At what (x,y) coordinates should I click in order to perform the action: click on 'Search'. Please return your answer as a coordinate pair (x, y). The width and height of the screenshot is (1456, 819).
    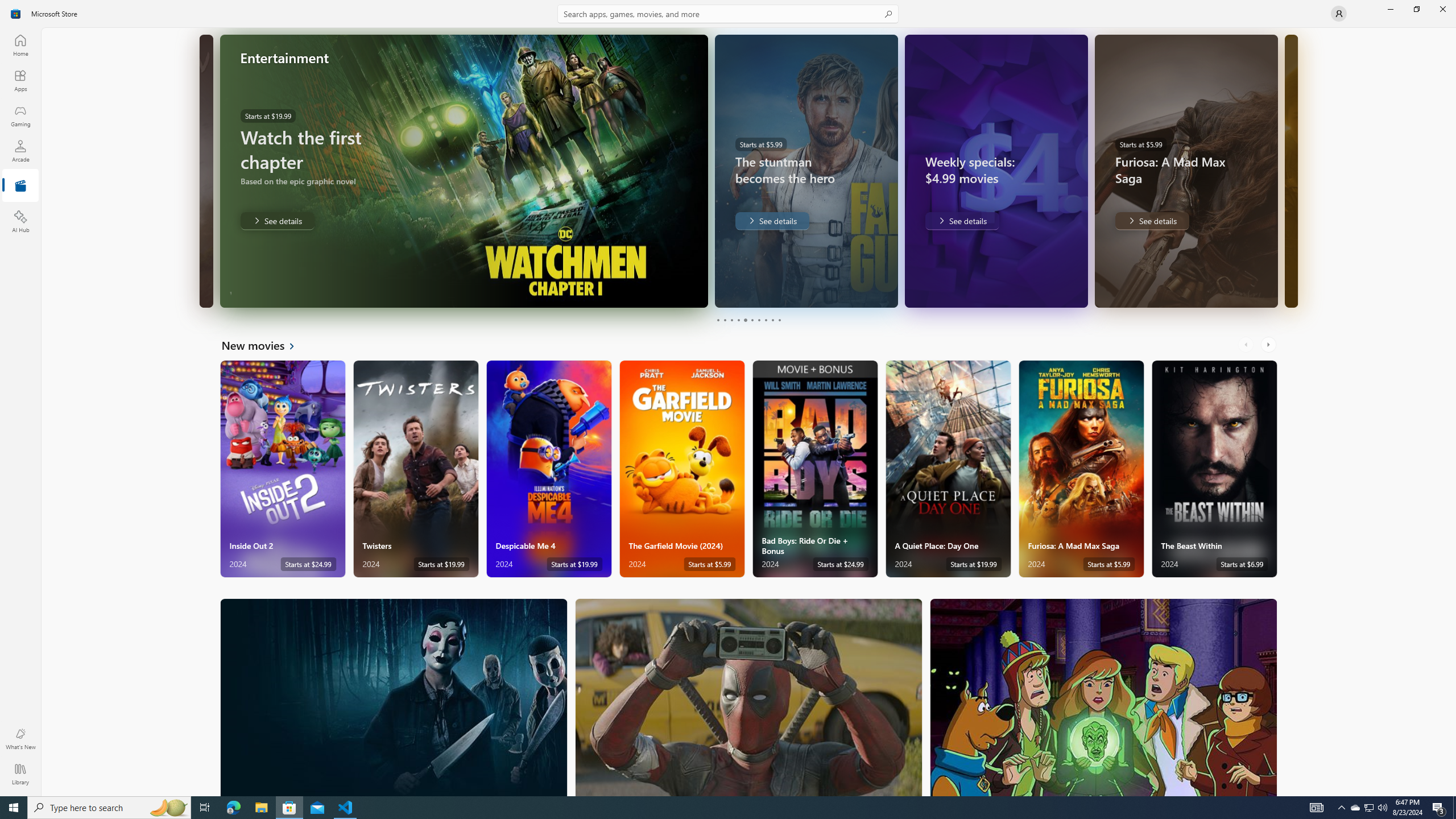
    Looking at the image, I should click on (728, 13).